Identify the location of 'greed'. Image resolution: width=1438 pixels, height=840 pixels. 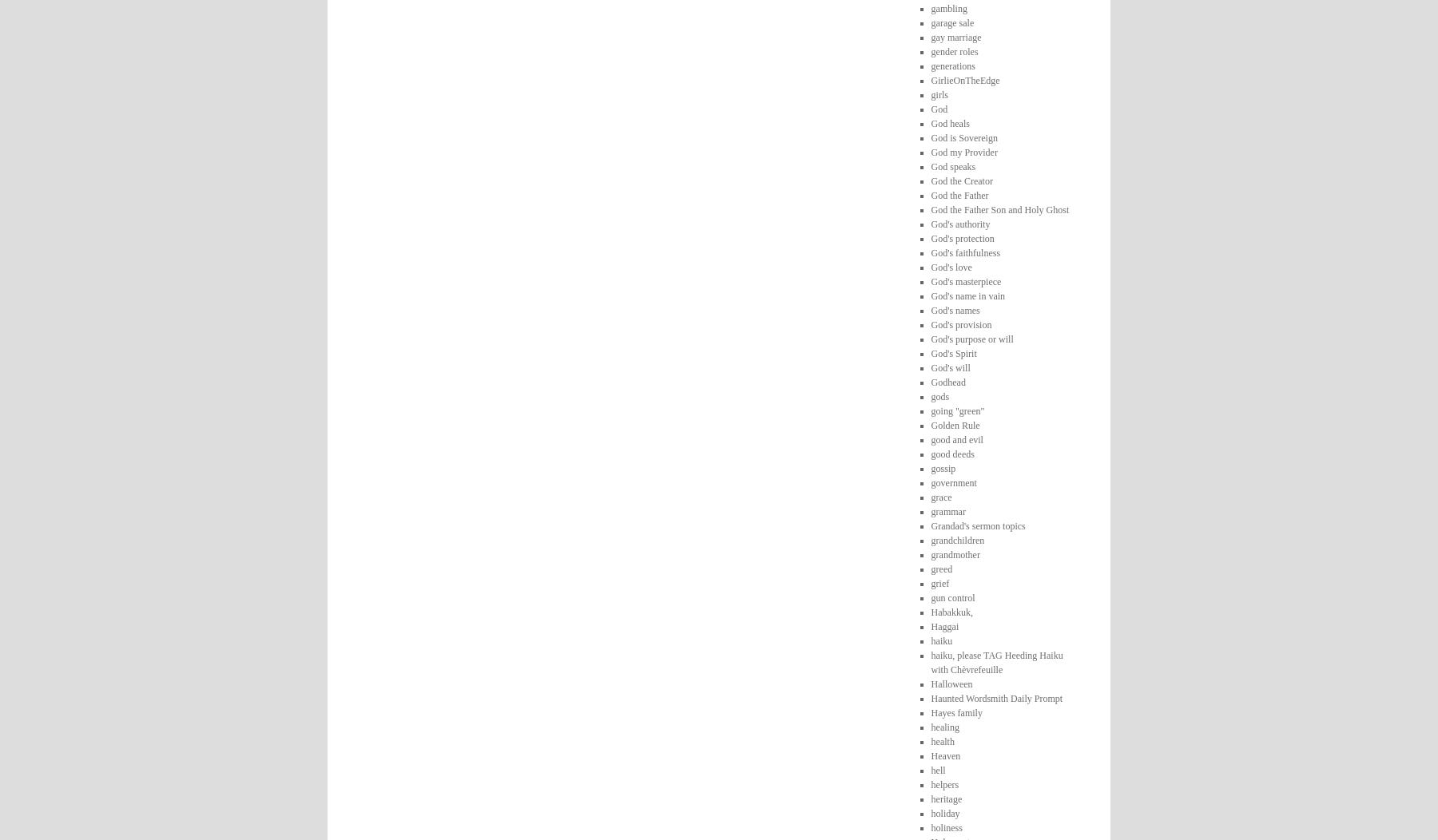
(940, 568).